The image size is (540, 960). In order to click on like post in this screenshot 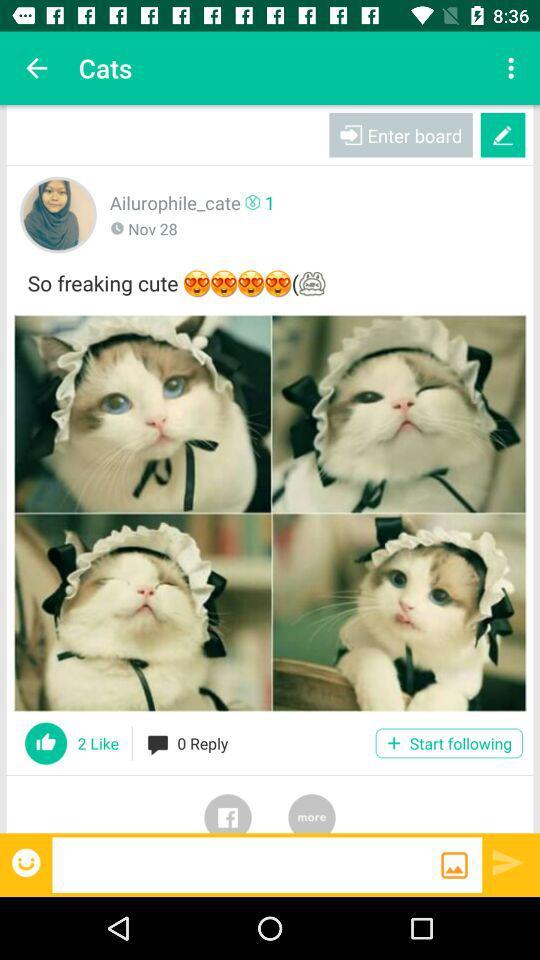, I will do `click(46, 742)`.